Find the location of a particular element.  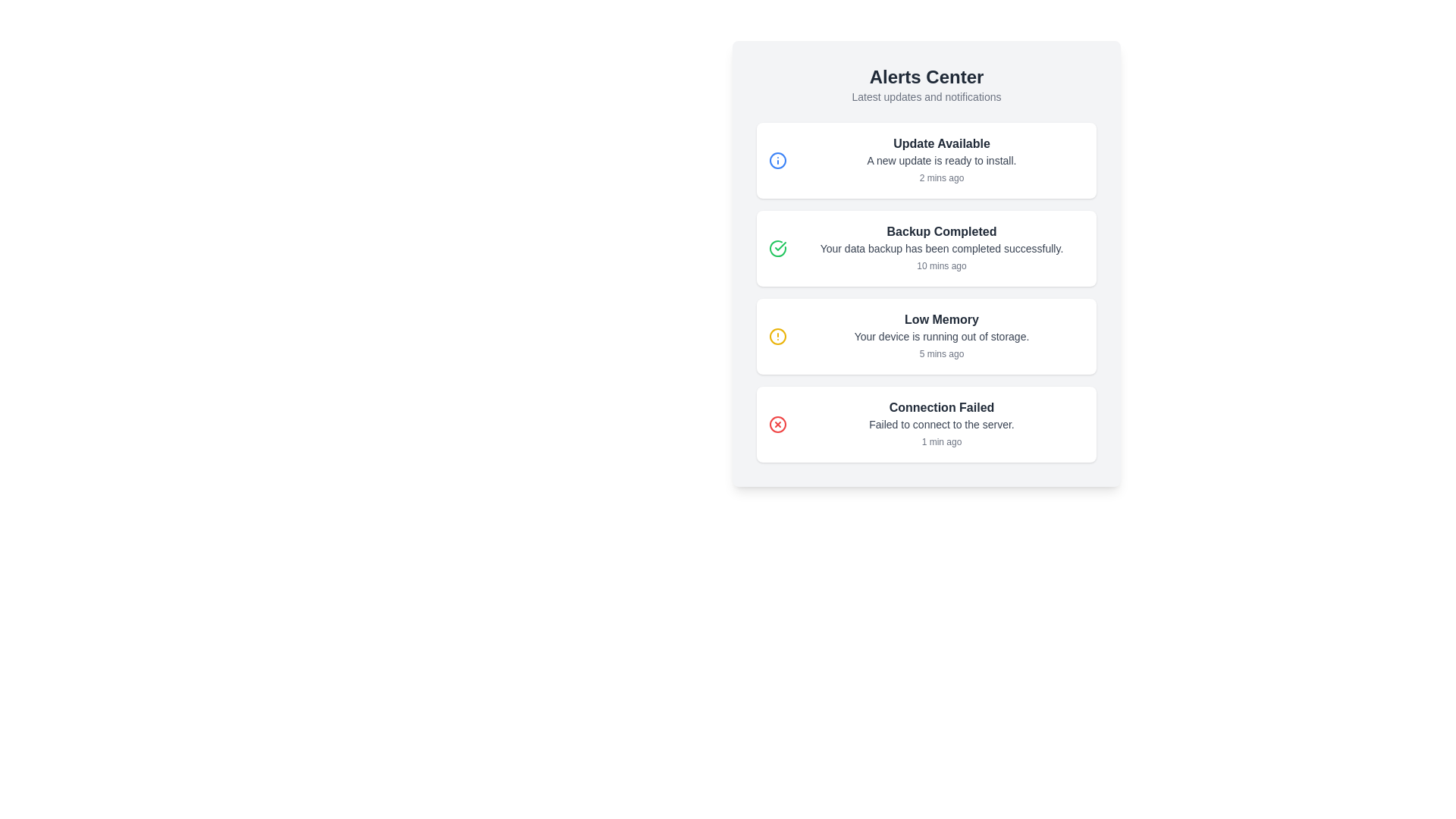

the static text element that reads 'Your data backup has been completed successfully.' located beneath the 'Backup Completed' heading is located at coordinates (941, 247).